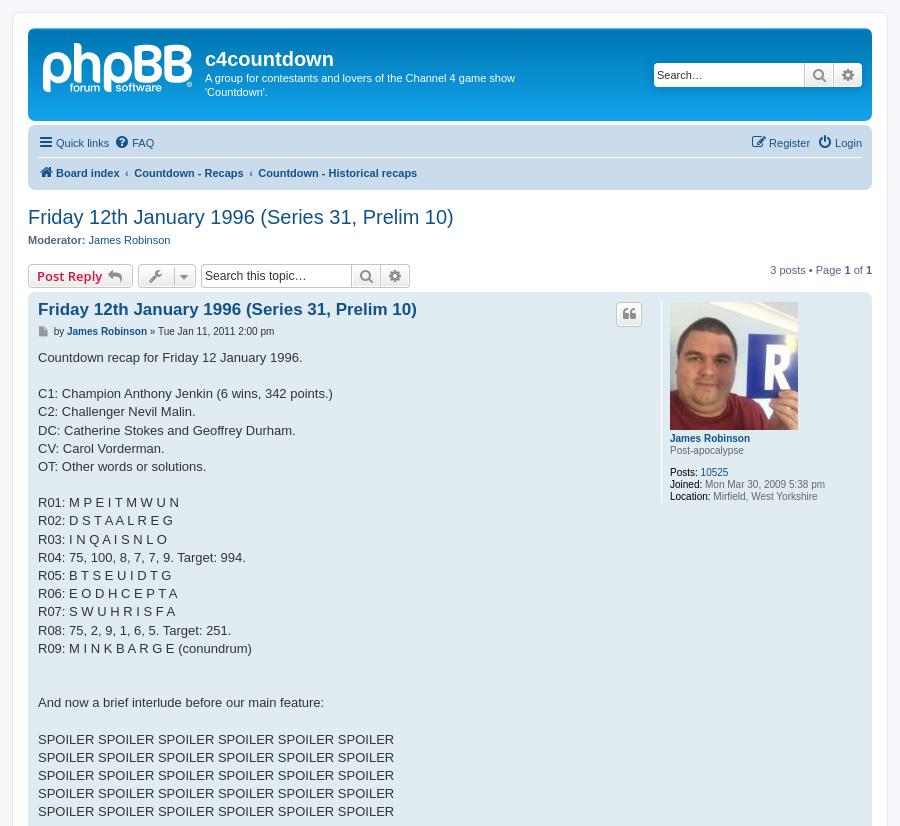 This screenshot has height=826, width=900. Describe the element at coordinates (360, 84) in the screenshot. I see `'A group for contestants and lovers of the Channel 4 game show 'Countdown'.'` at that location.